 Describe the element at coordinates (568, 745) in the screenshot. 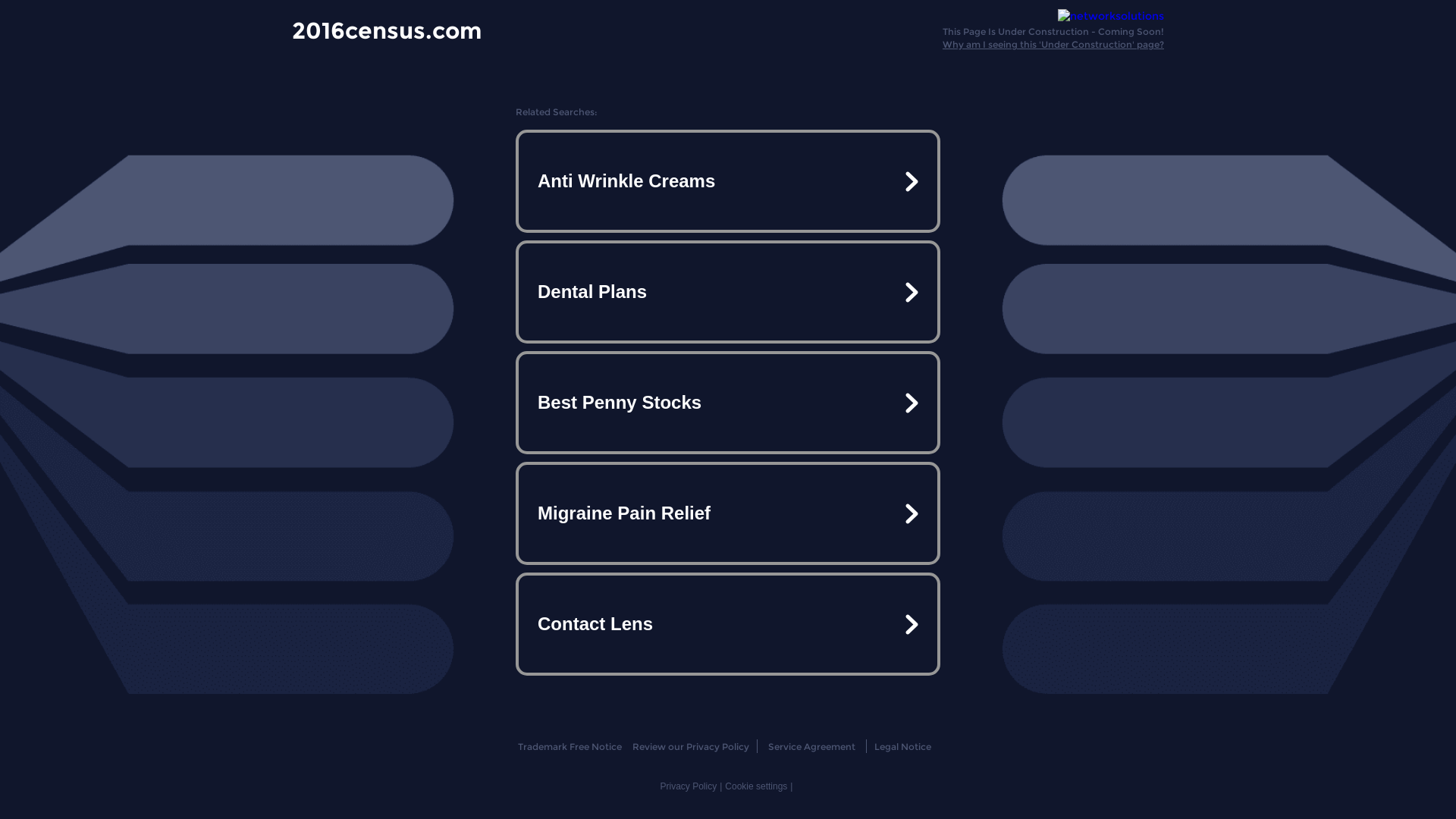

I see `'Trademark Free Notice'` at that location.